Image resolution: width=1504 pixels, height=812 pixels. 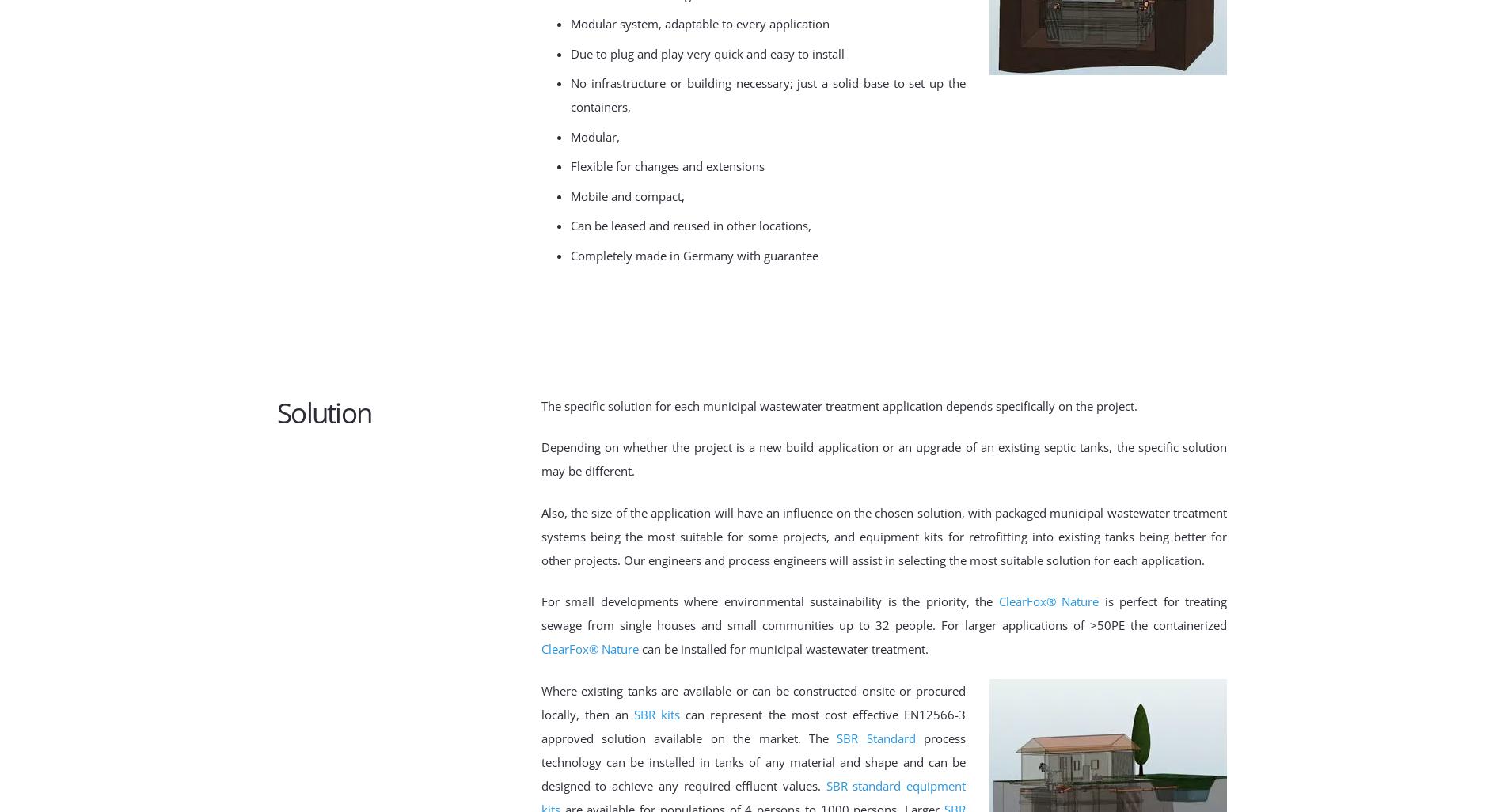 I want to click on 'For small developments where environmental sustainability is the priority, the', so click(x=769, y=601).